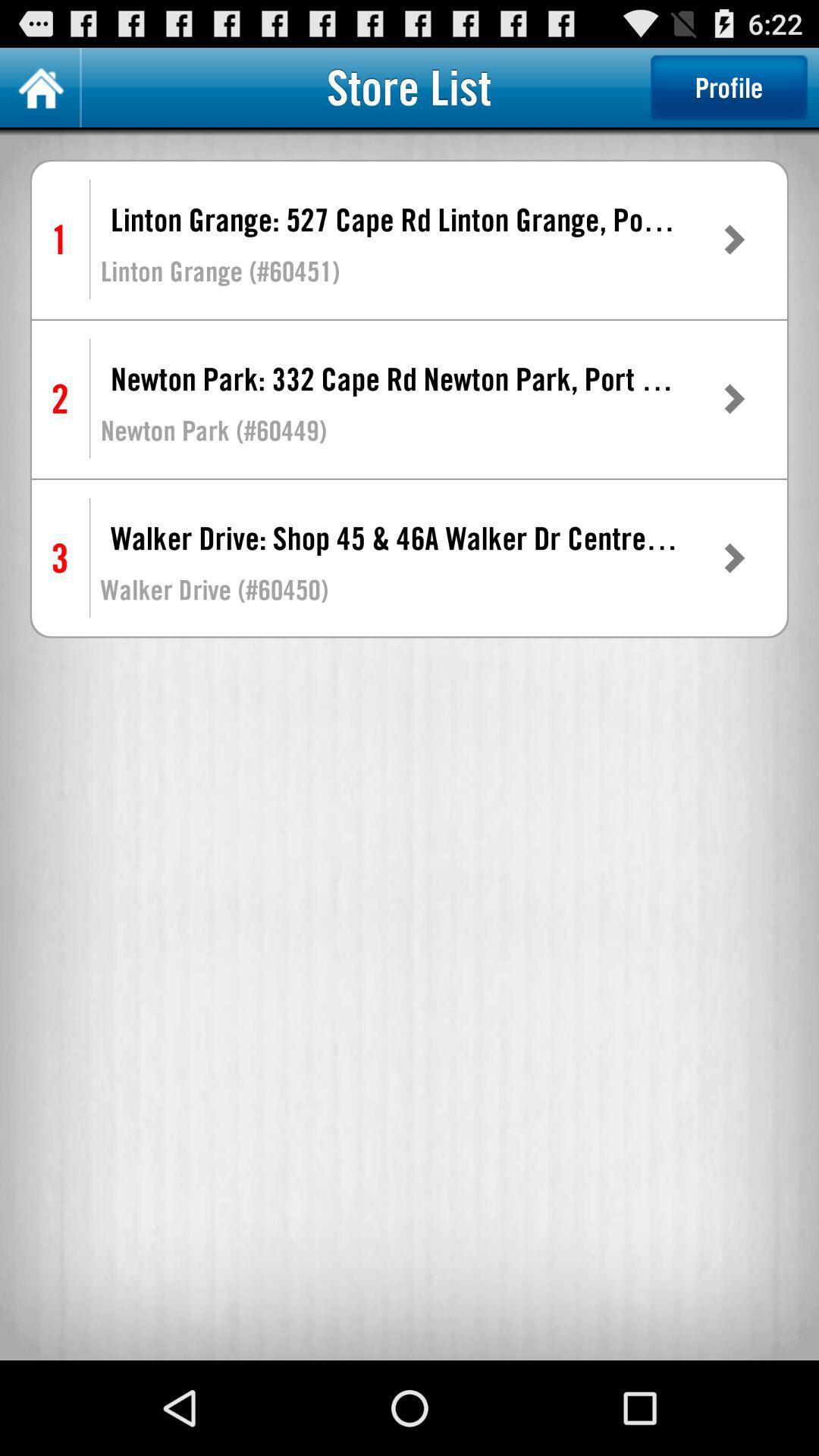  I want to click on the home icon, so click(39, 93).